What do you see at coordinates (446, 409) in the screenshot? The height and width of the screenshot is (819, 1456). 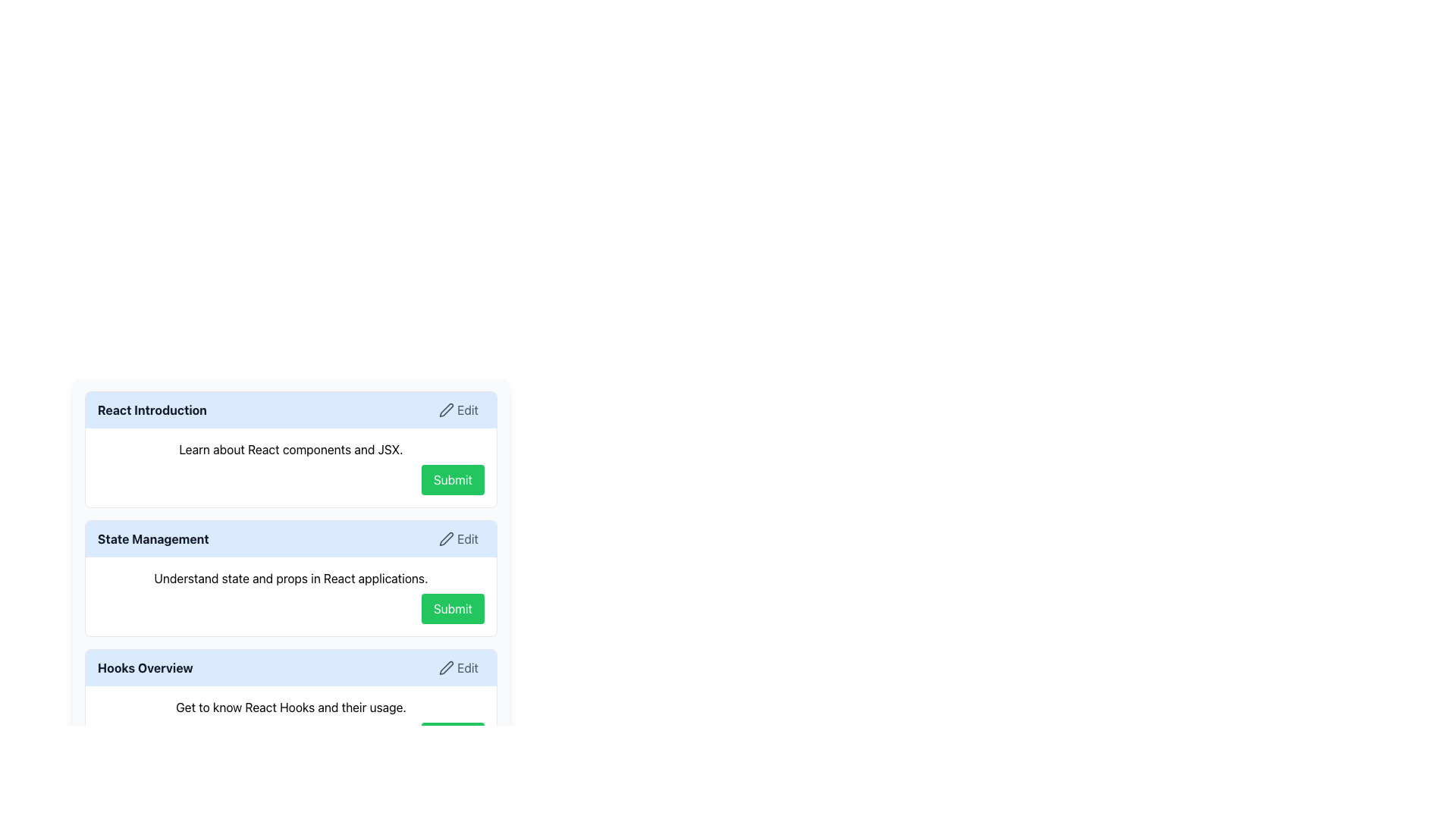 I see `the pen icon located in the header of the React Introduction card` at bounding box center [446, 409].